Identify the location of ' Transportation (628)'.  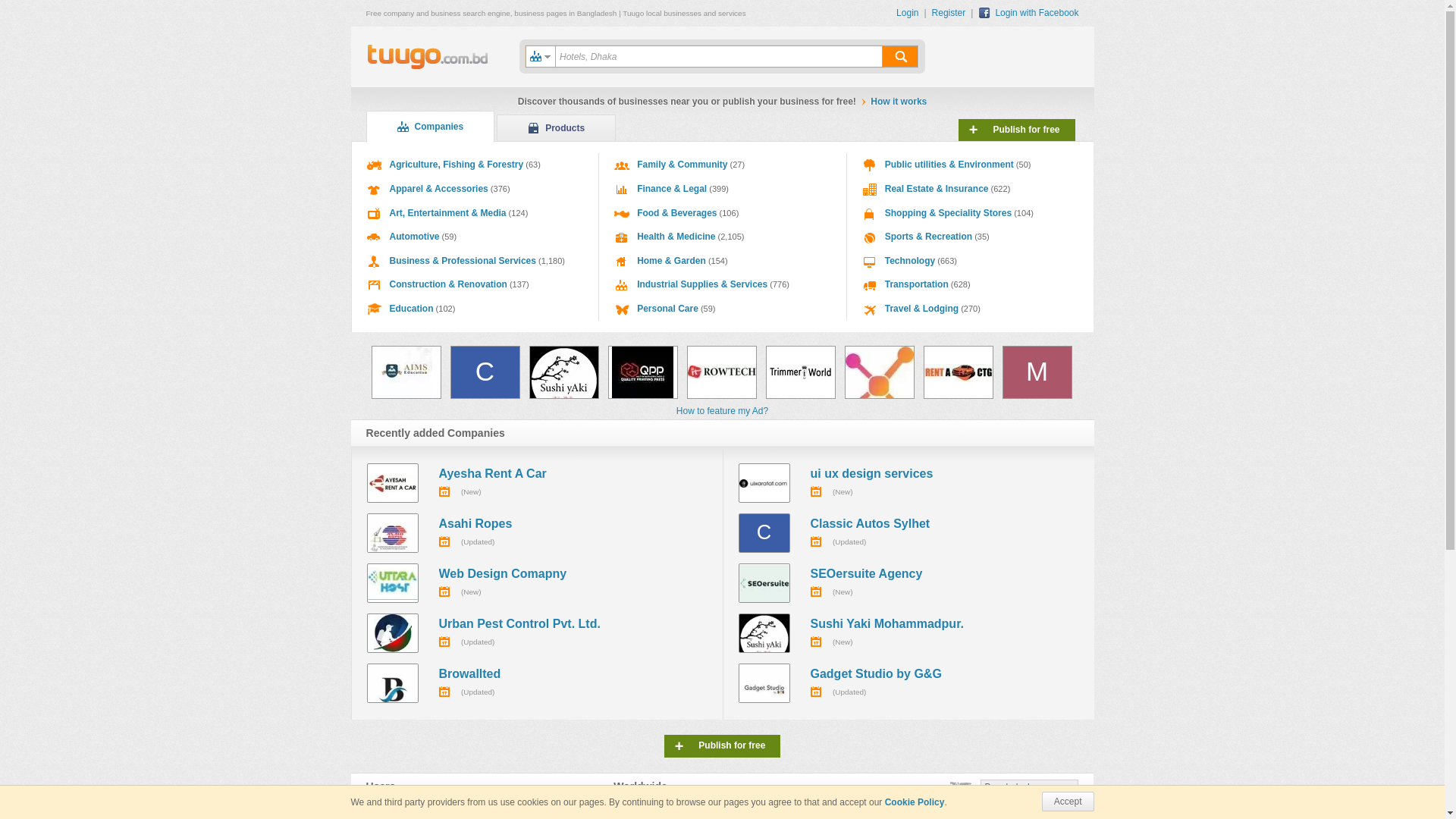
(971, 284).